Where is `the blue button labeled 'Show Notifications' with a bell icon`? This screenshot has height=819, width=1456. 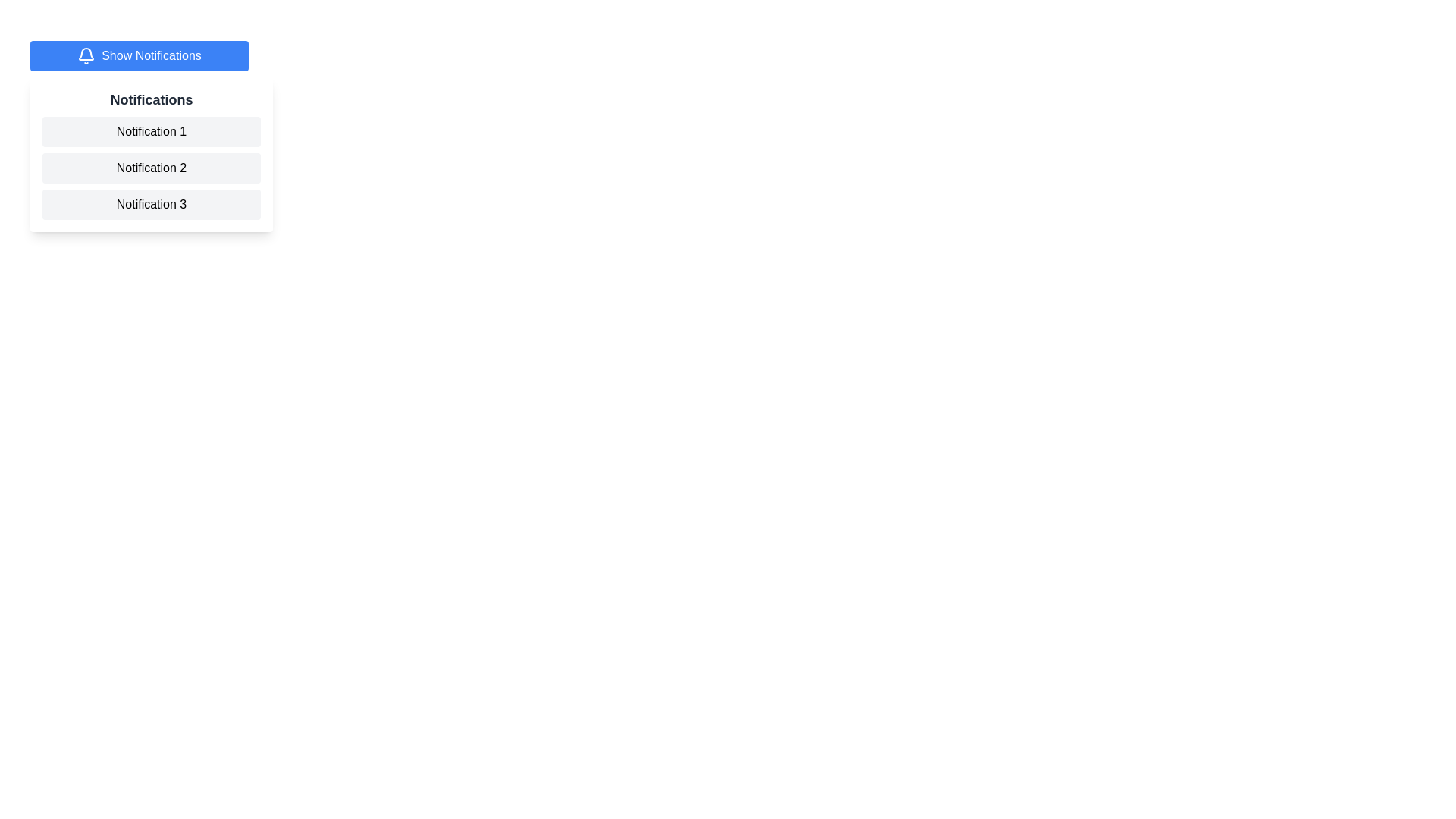
the blue button labeled 'Show Notifications' with a bell icon is located at coordinates (139, 55).